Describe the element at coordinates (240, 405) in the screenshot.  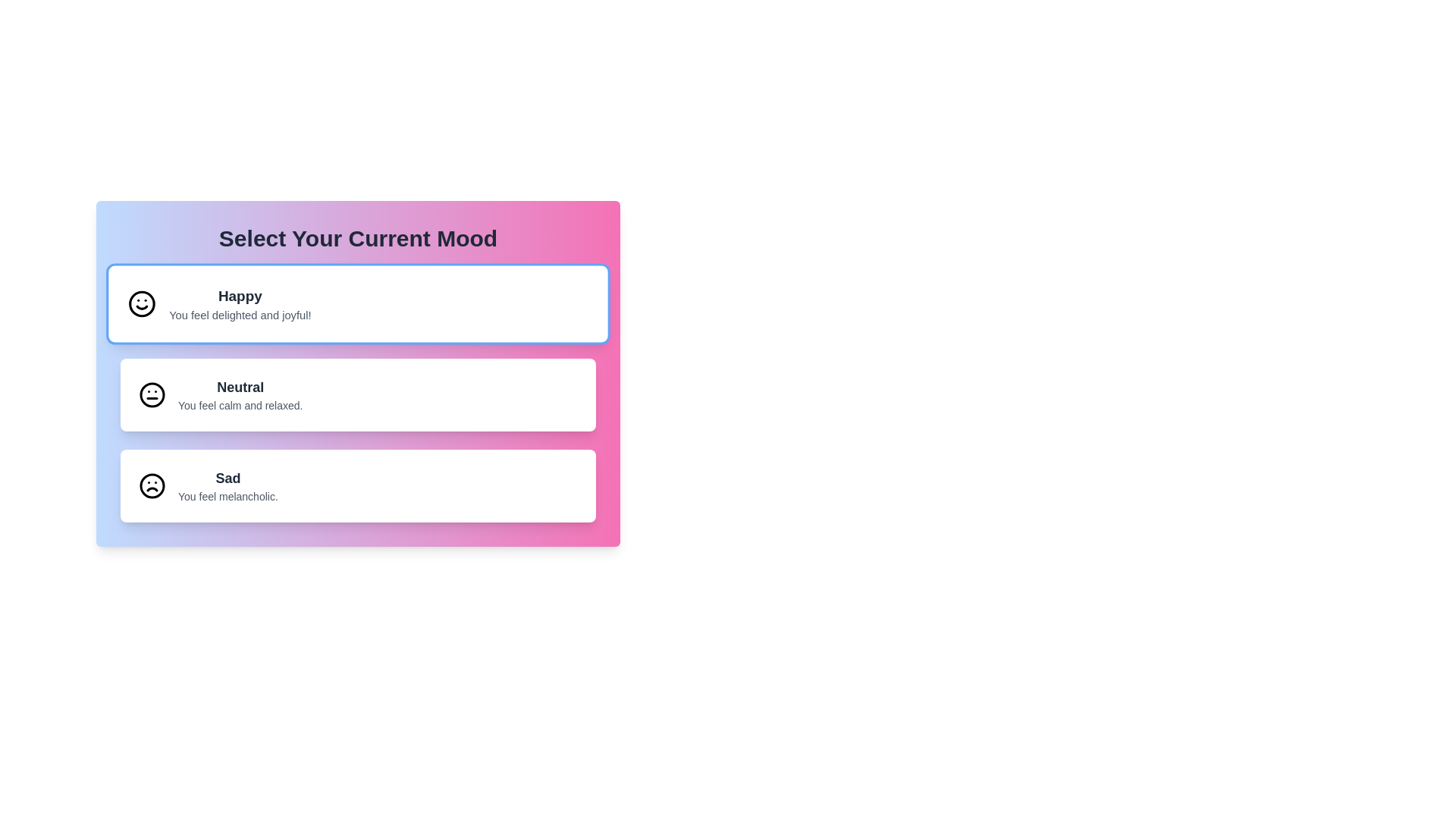
I see `the description text that provides additional context about the 'Neutral' mood option, located directly below the 'Neutral' title` at that location.